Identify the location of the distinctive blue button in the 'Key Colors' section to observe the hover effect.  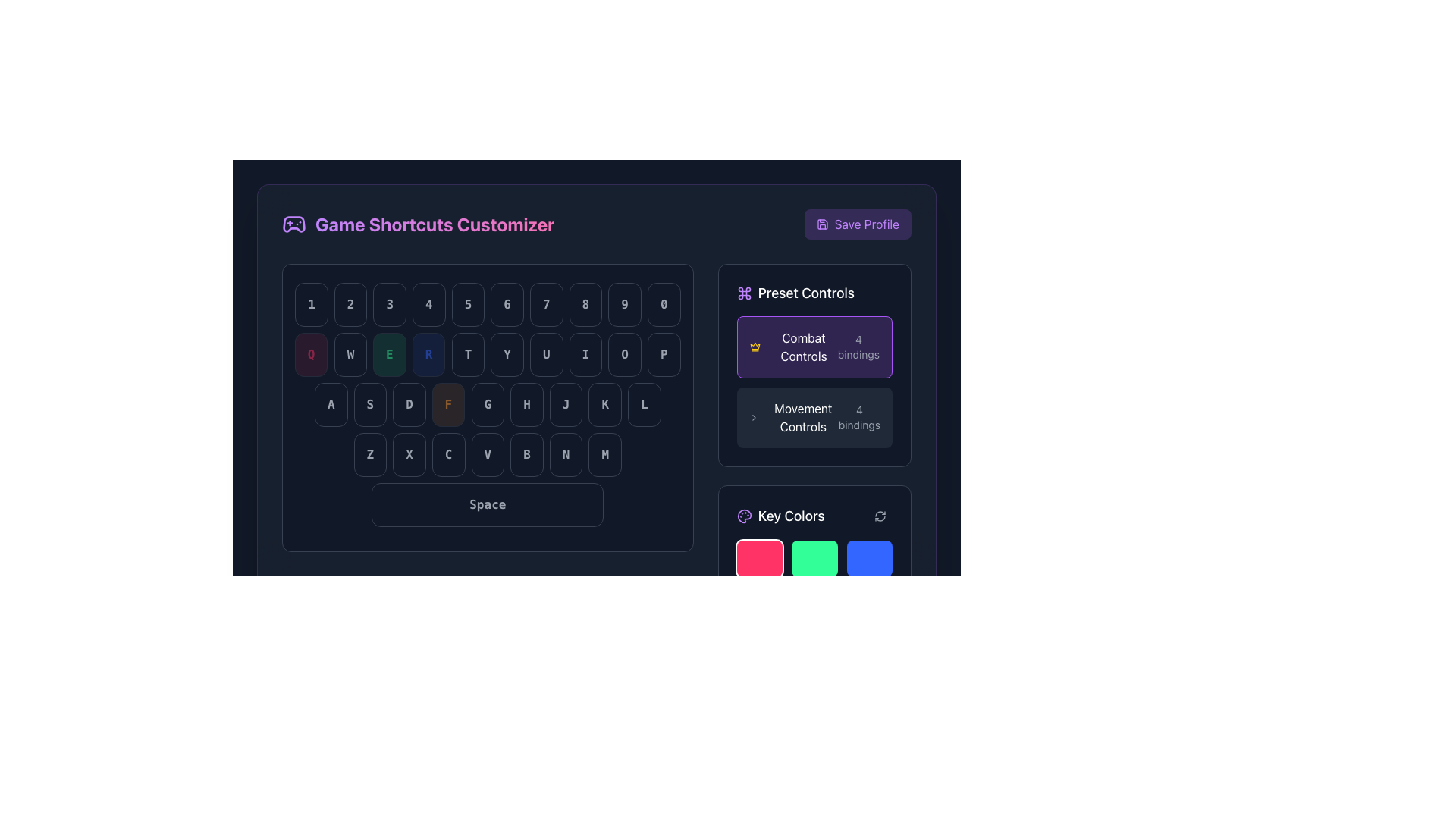
(869, 558).